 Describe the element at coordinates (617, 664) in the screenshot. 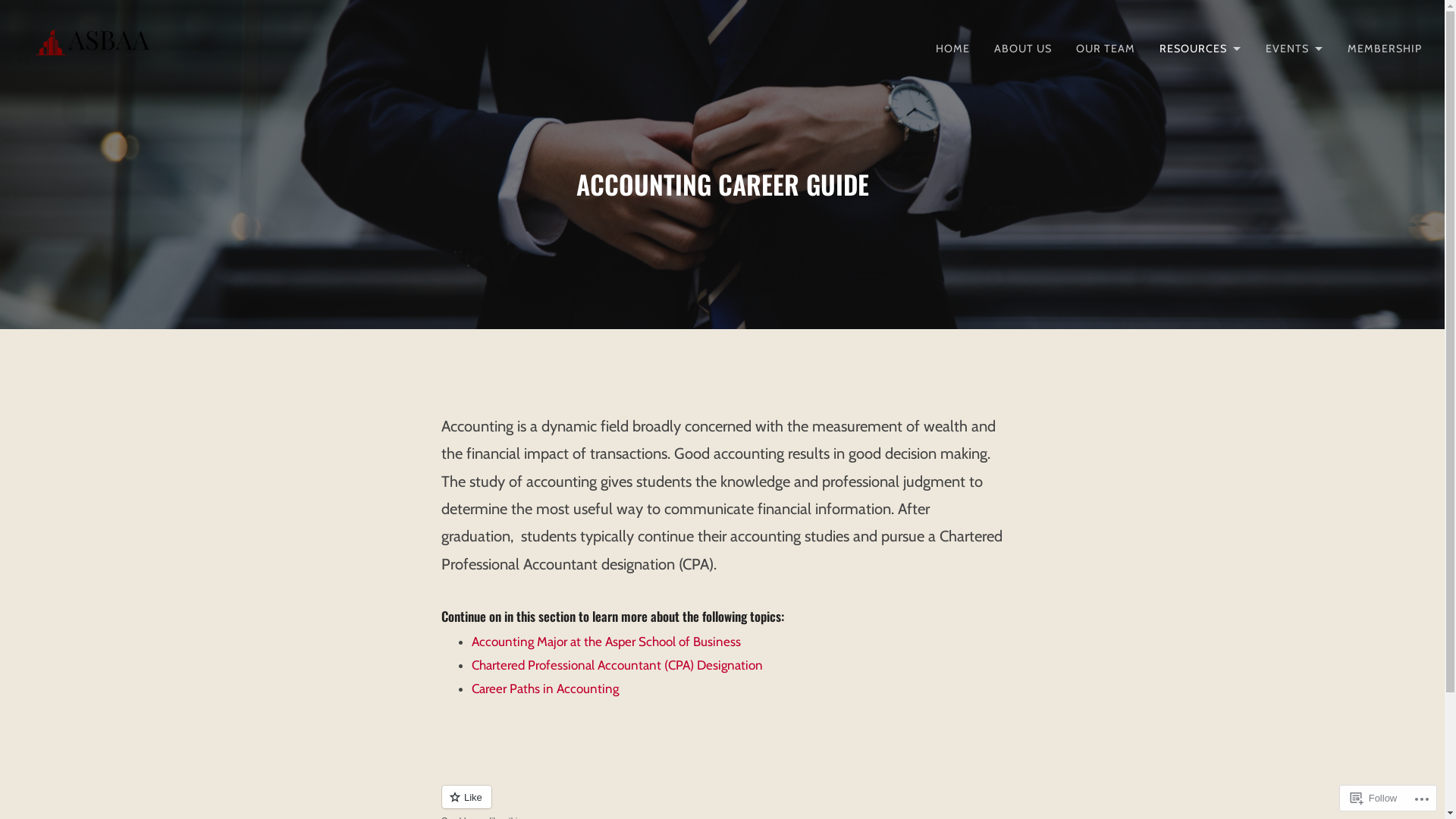

I see `'Chartered Professional Accountant (CPA) Designation'` at that location.